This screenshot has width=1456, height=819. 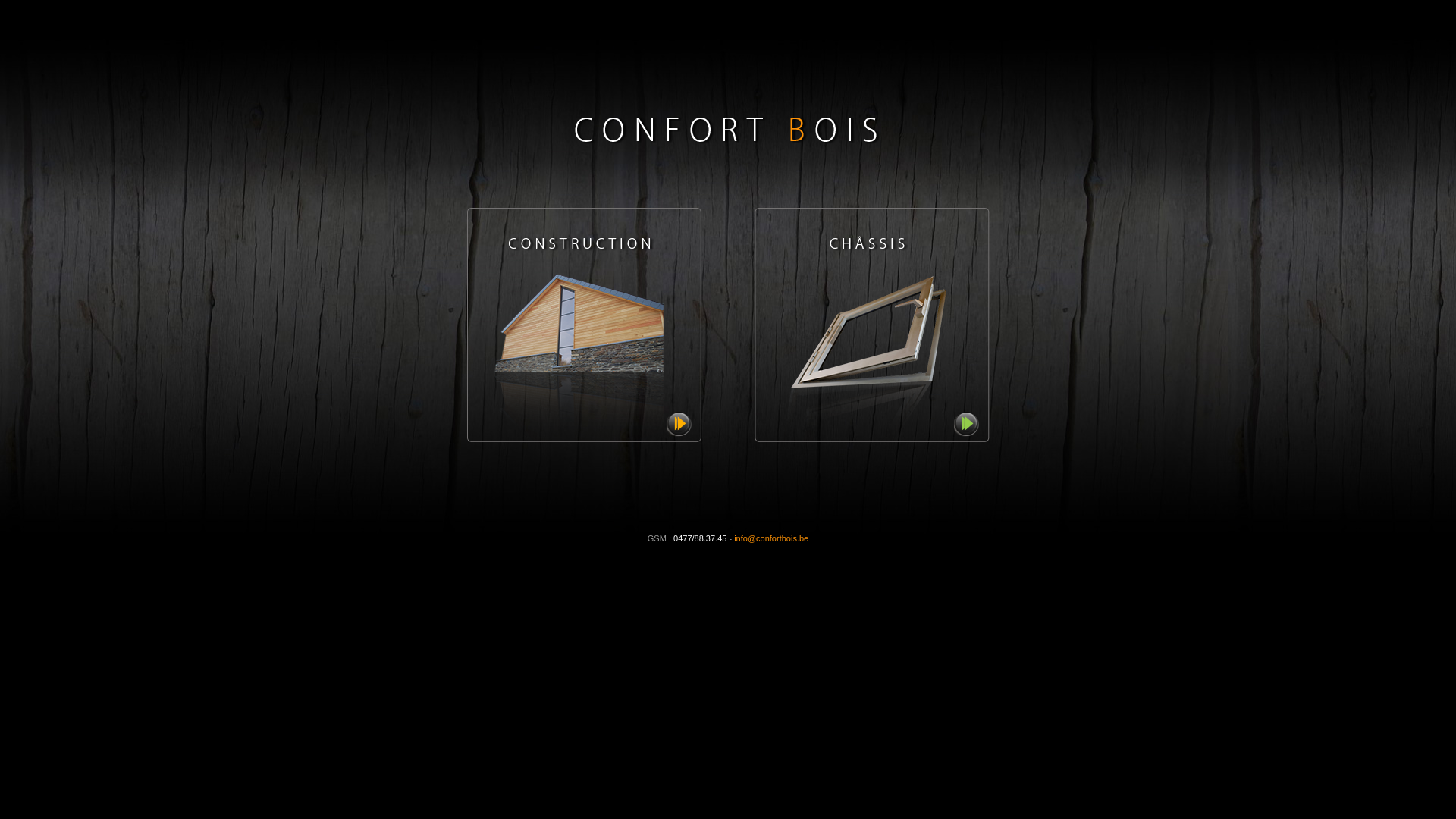 I want to click on 'info@confortbois.be', so click(x=771, y=537).